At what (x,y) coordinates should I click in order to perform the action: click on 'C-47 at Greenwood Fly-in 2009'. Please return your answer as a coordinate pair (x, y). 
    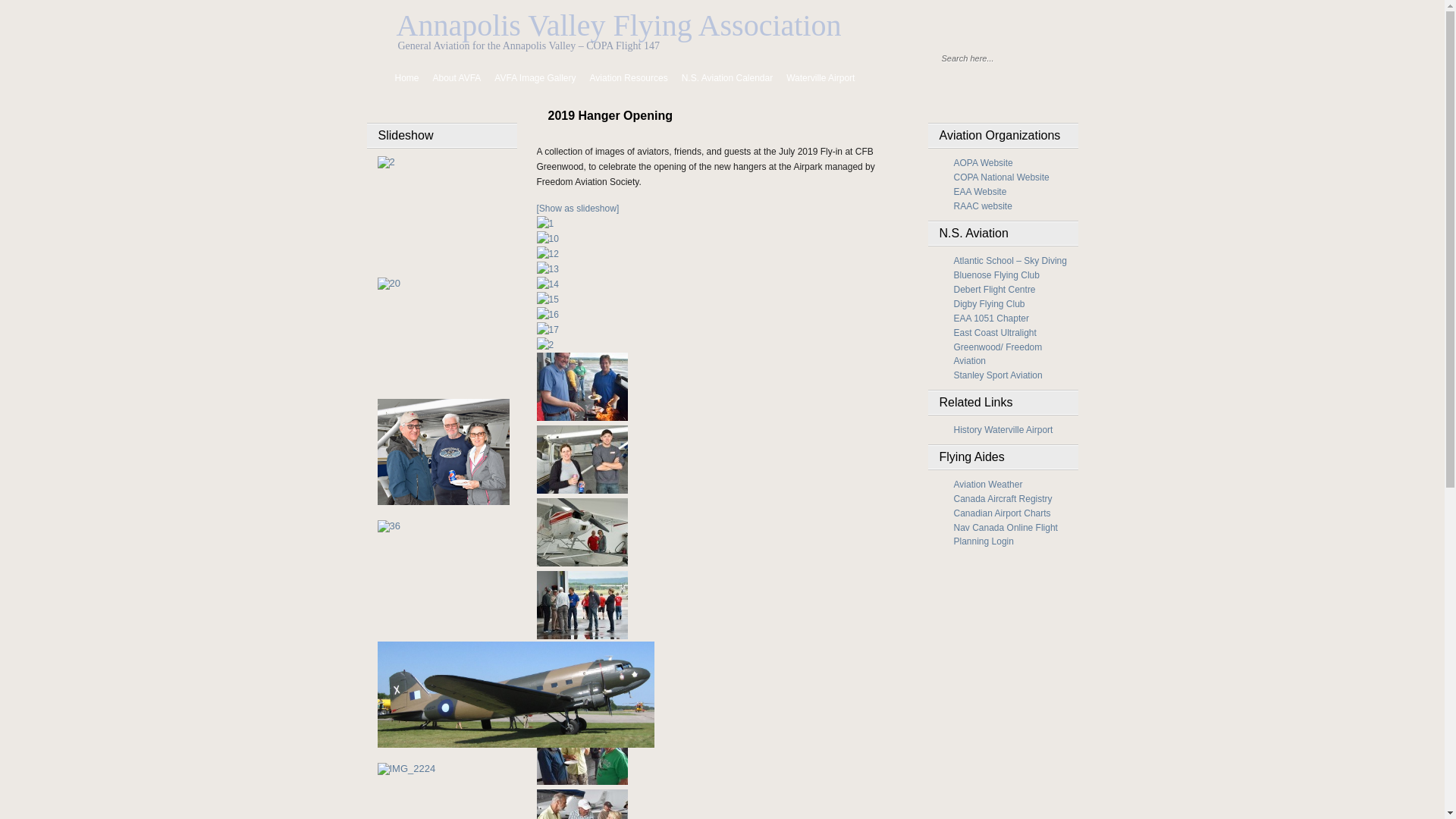
    Looking at the image, I should click on (516, 694).